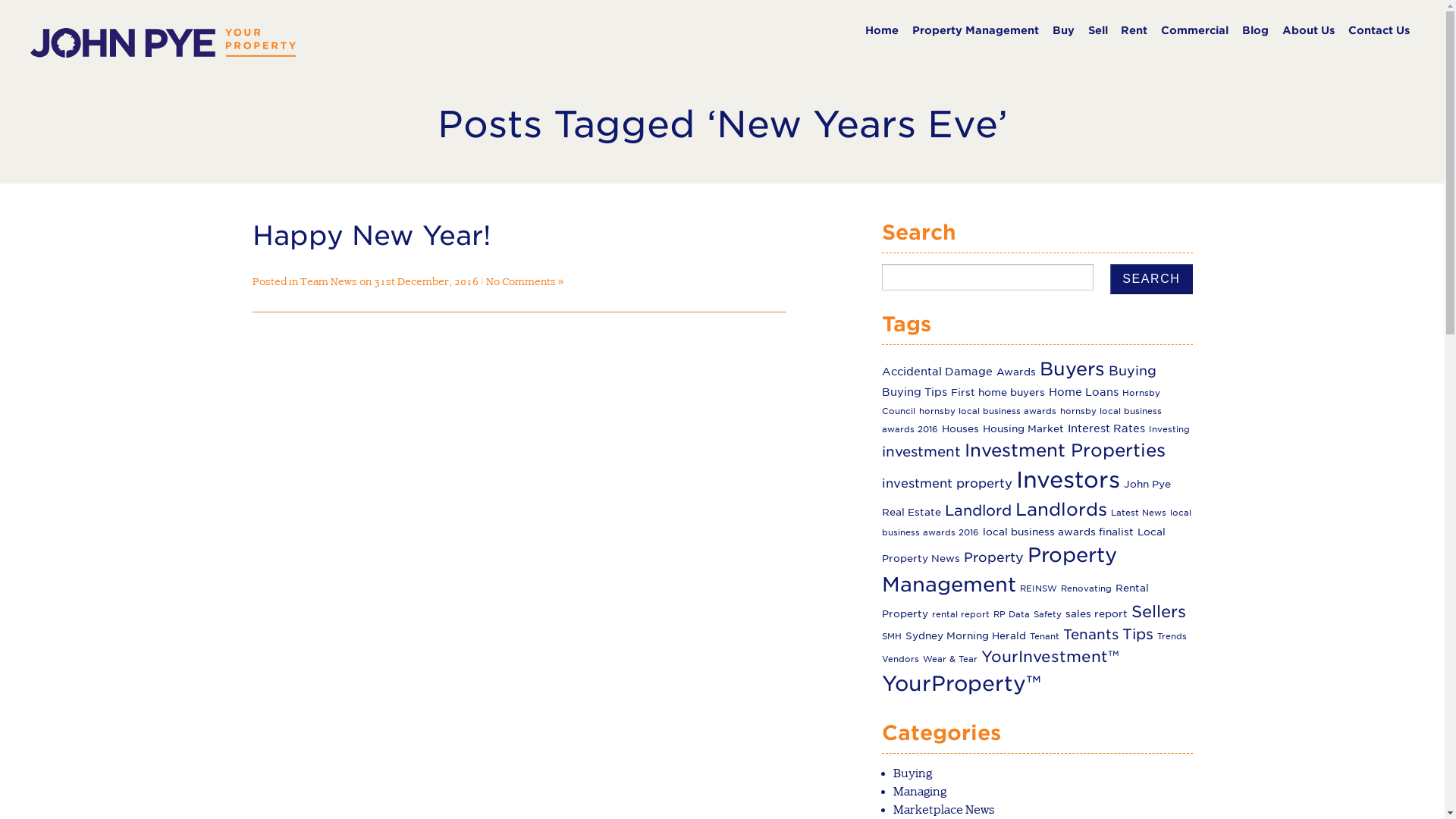  I want to click on 'Latest News', so click(1138, 512).